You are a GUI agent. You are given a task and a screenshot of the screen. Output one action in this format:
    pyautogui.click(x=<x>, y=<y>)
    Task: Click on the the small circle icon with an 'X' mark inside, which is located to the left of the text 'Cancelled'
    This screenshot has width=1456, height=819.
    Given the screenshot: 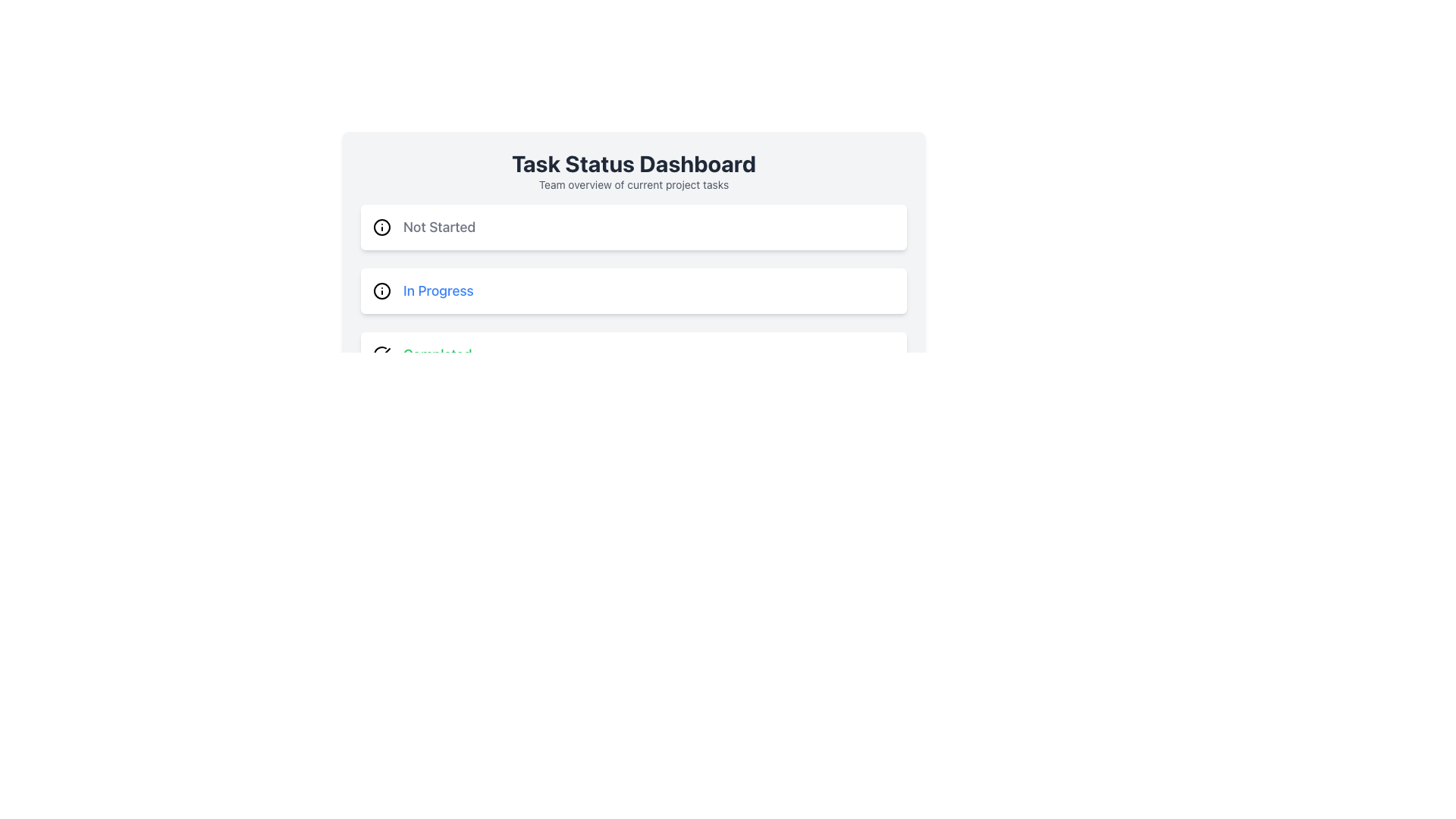 What is the action you would take?
    pyautogui.click(x=382, y=482)
    